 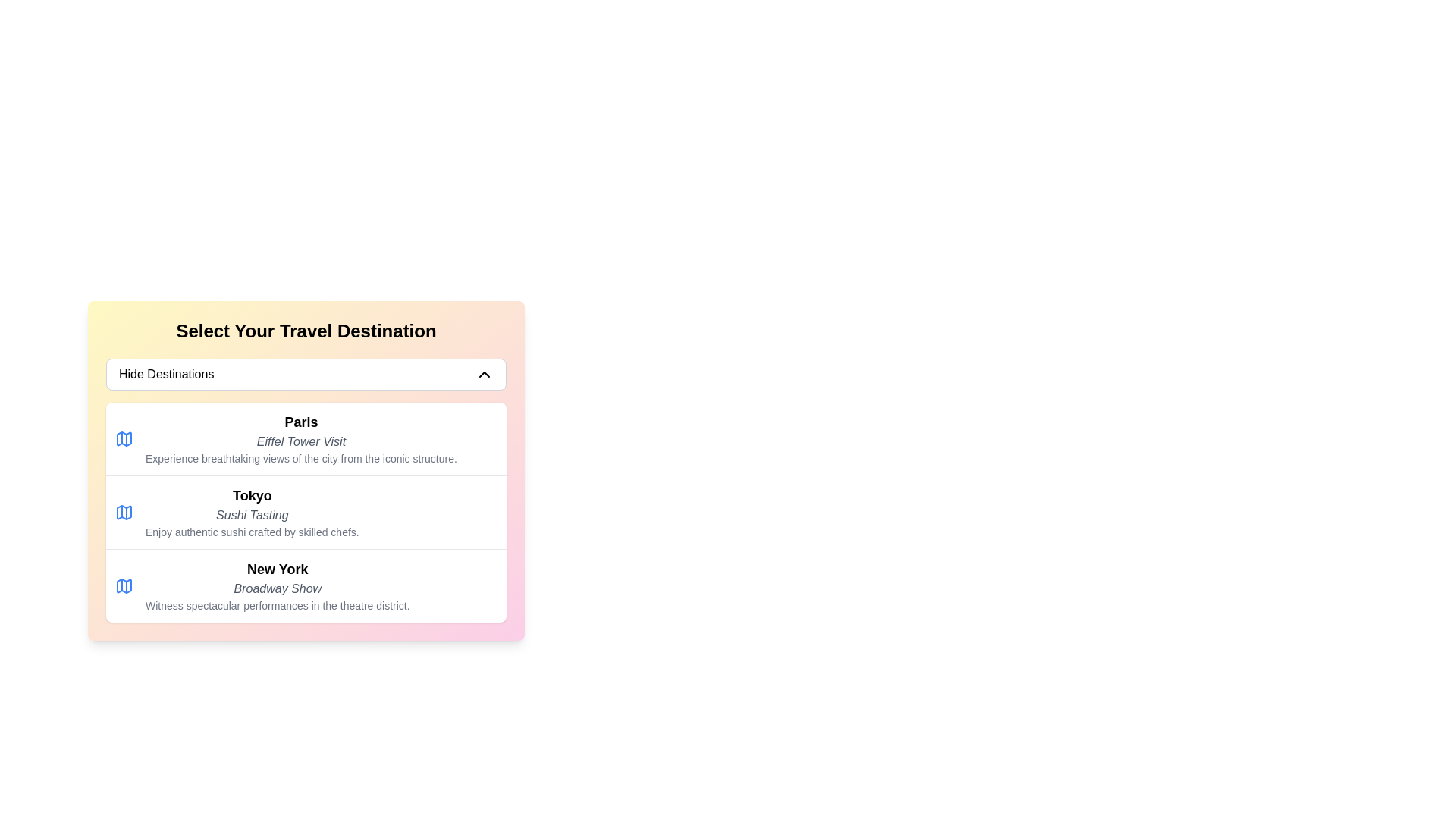 I want to click on the text element that describes the culinary experience for the Tokyo travel destination, located directly below the 'Sushi Tasting' subtitle in the 'Tokyo' section, so click(x=252, y=532).